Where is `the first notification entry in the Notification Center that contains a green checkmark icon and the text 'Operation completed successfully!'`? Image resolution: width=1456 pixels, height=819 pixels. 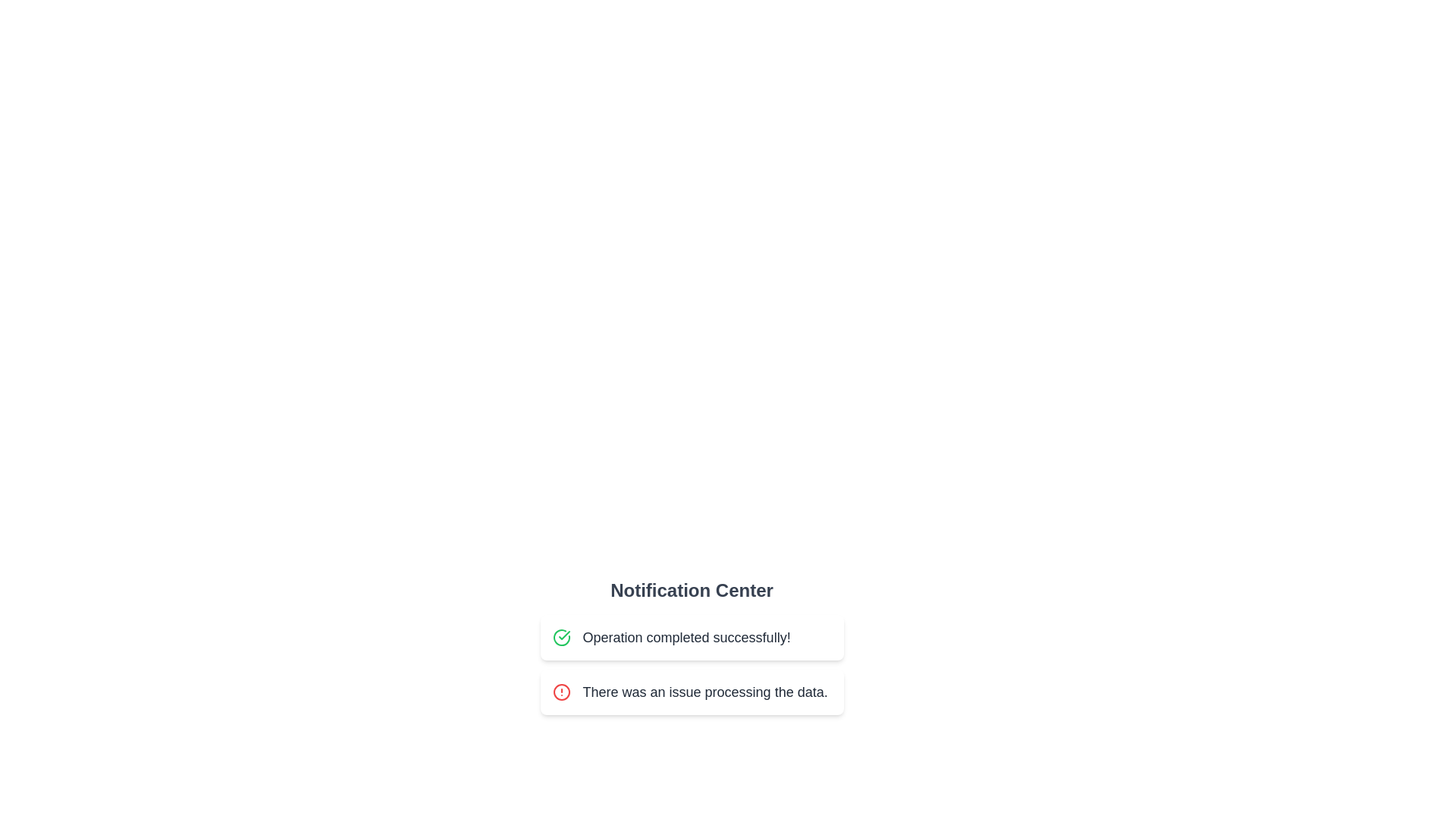 the first notification entry in the Notification Center that contains a green checkmark icon and the text 'Operation completed successfully!' is located at coordinates (691, 637).